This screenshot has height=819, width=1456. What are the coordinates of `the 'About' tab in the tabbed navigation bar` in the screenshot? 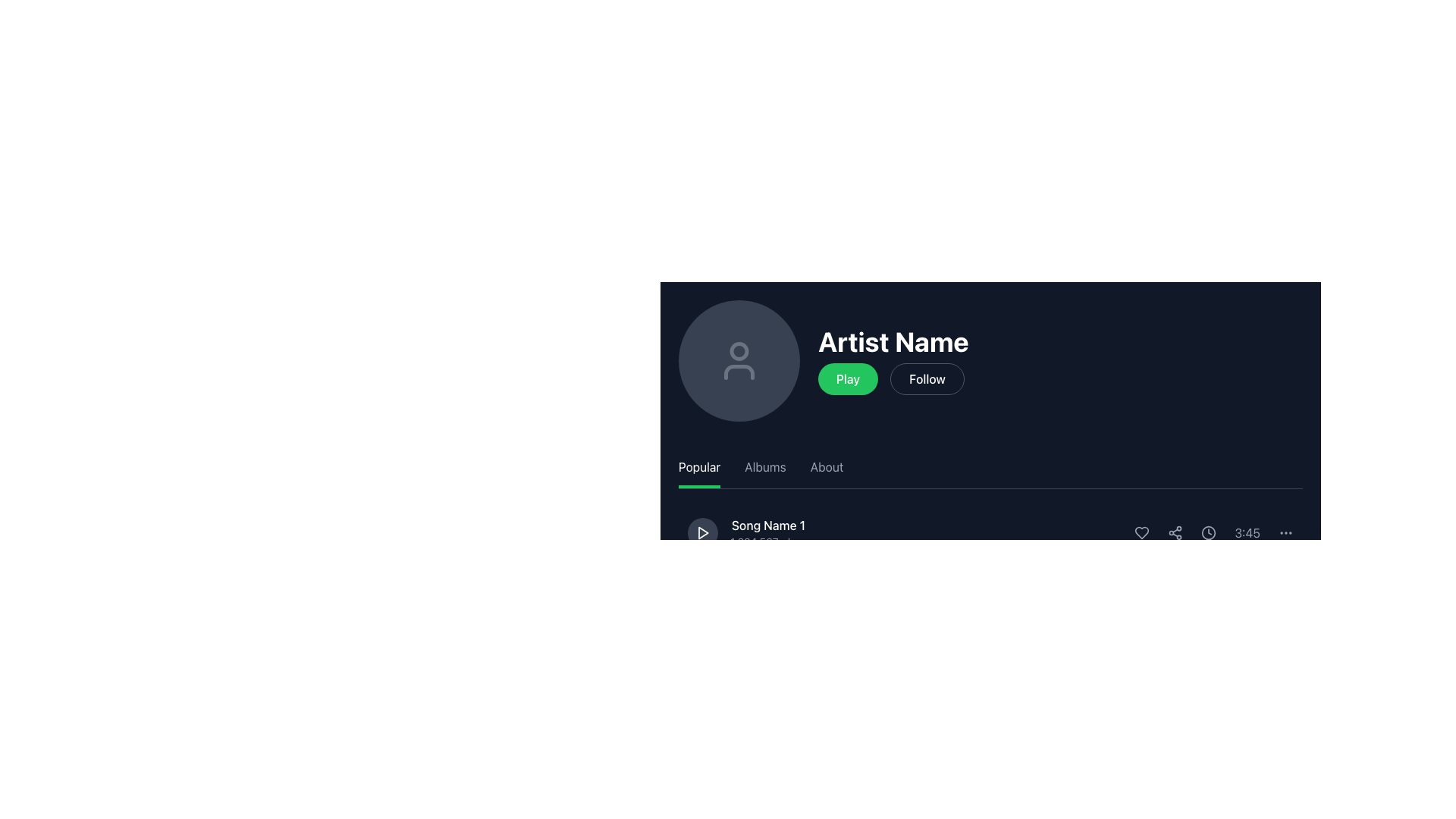 It's located at (990, 466).